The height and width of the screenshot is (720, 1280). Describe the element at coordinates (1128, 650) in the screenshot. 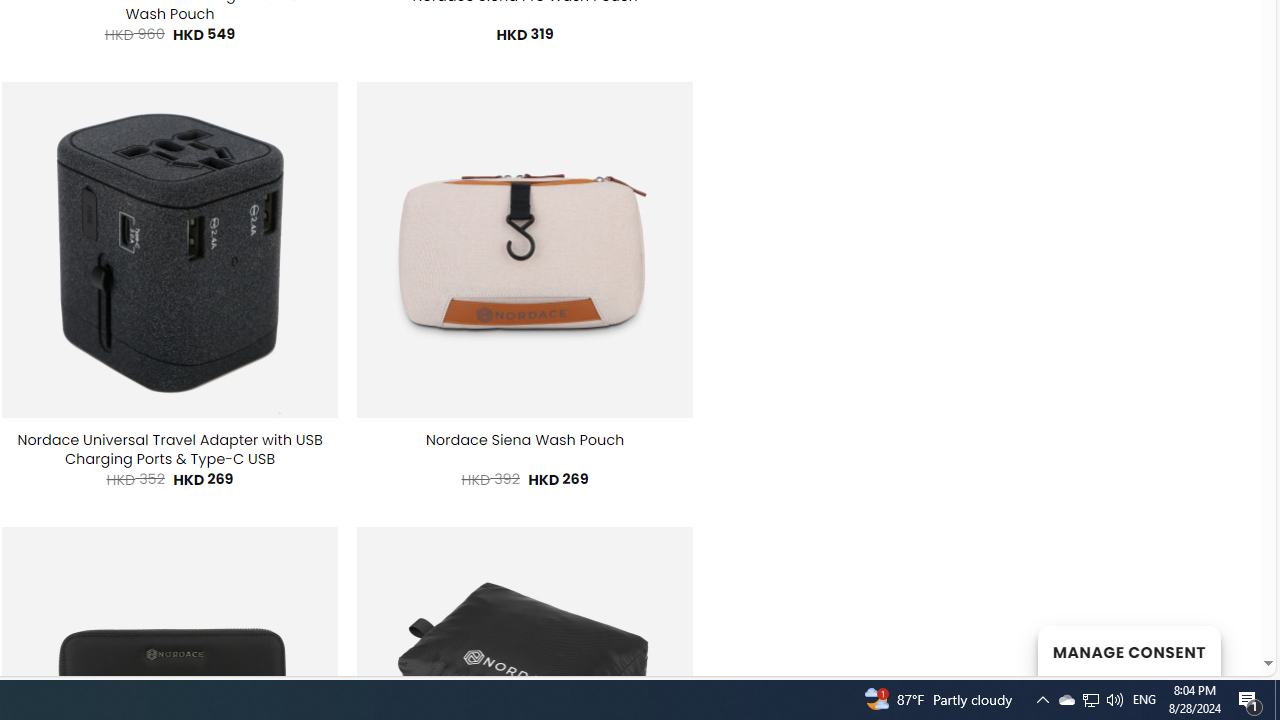

I see `'MANAGE CONSENT'` at that location.